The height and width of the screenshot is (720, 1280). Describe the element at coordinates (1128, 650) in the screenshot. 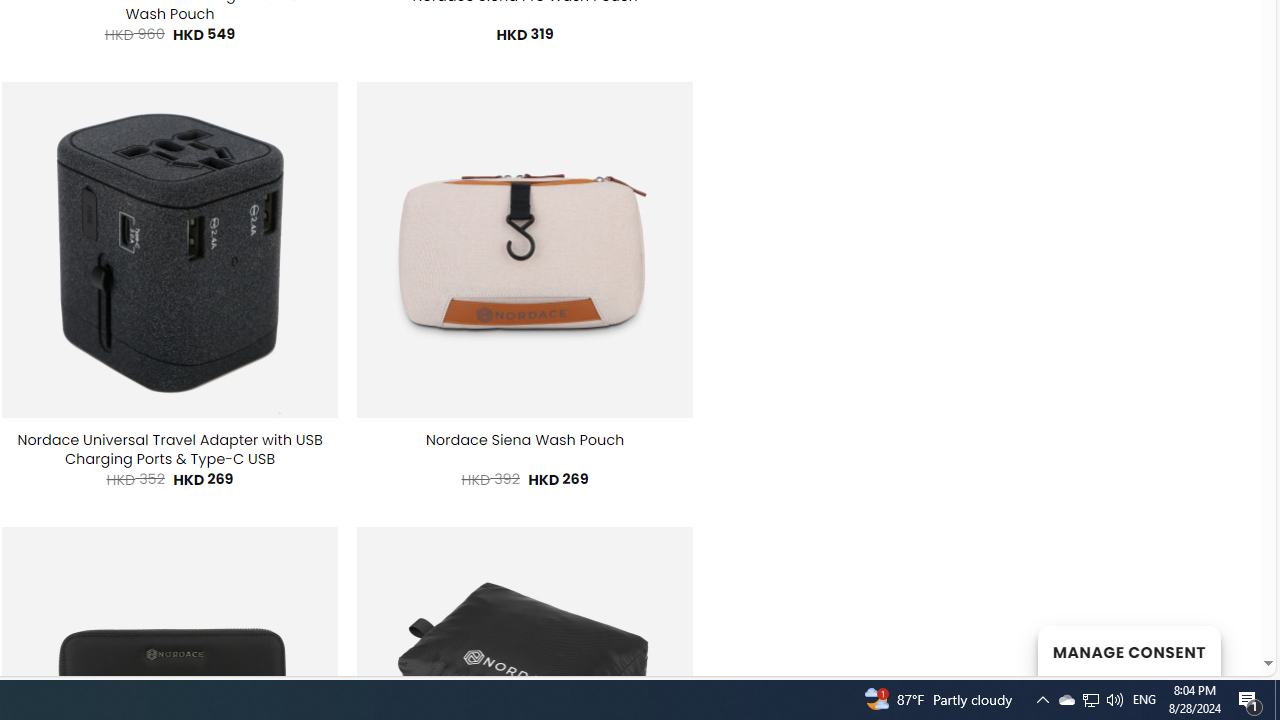

I see `'MANAGE CONSENT'` at that location.